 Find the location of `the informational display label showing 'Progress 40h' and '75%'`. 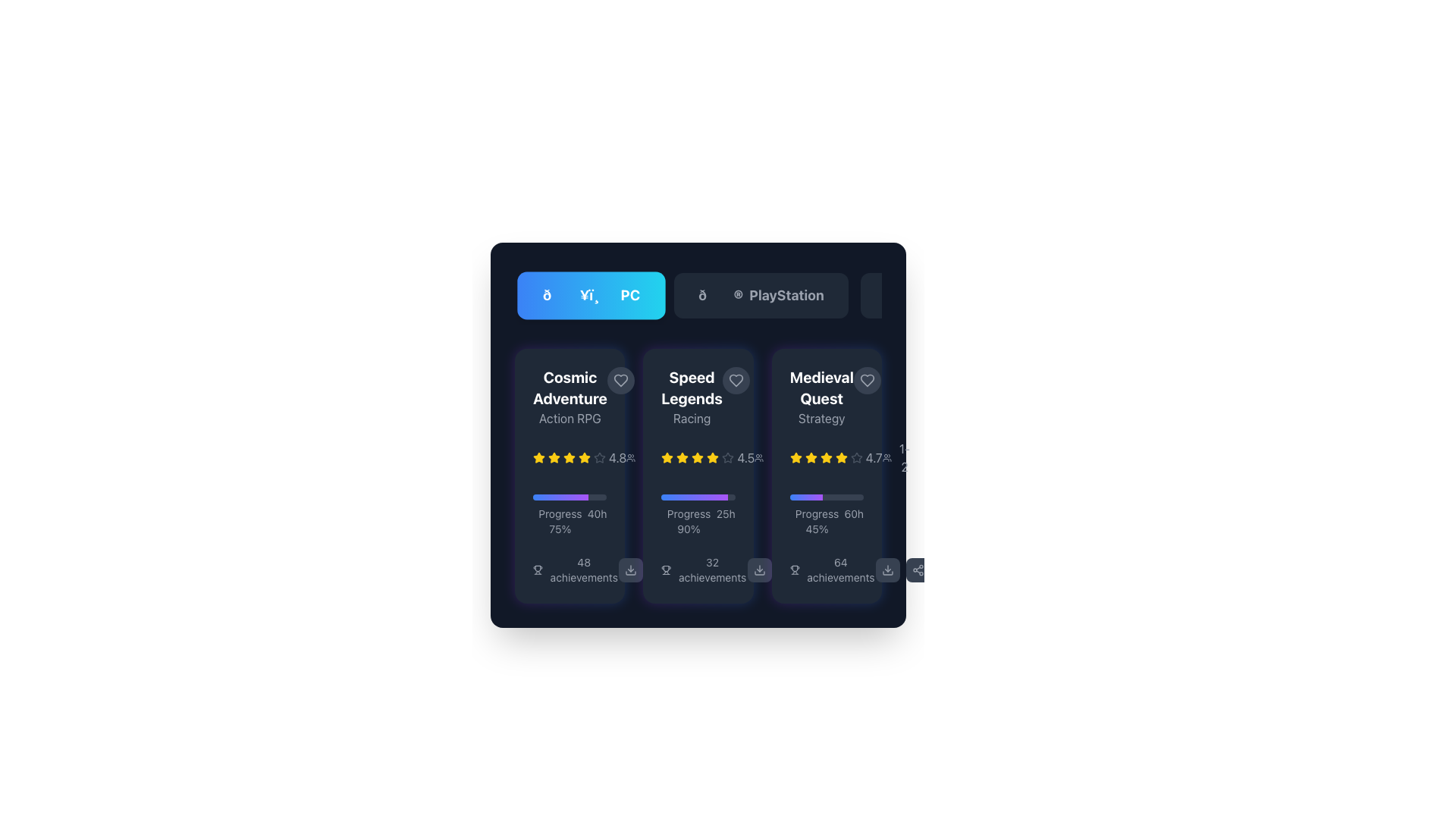

the informational display label showing 'Progress 40h' and '75%' is located at coordinates (569, 520).